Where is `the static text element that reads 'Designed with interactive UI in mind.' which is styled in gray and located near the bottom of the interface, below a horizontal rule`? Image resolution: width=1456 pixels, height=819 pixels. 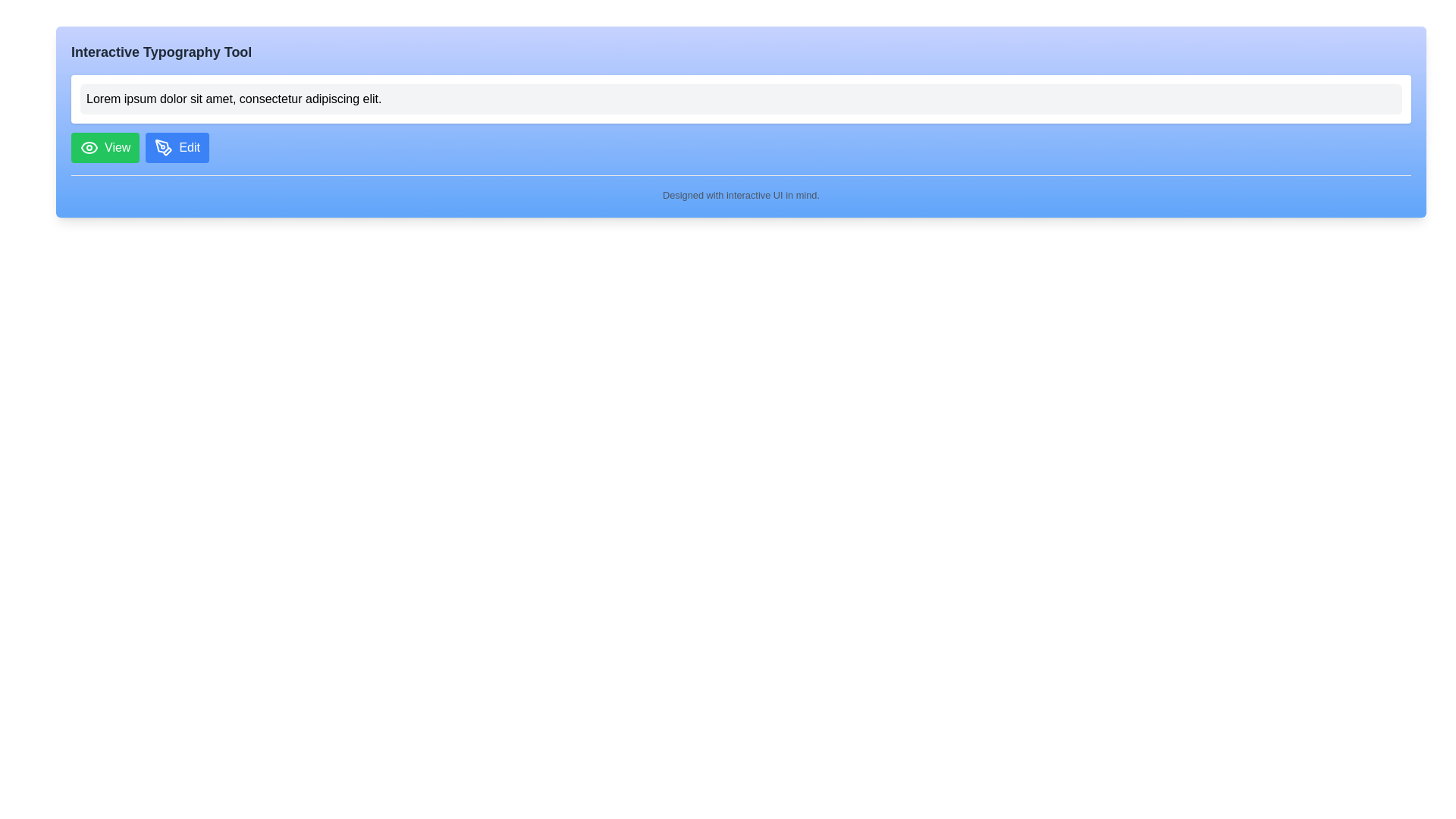 the static text element that reads 'Designed with interactive UI in mind.' which is styled in gray and located near the bottom of the interface, below a horizontal rule is located at coordinates (741, 194).